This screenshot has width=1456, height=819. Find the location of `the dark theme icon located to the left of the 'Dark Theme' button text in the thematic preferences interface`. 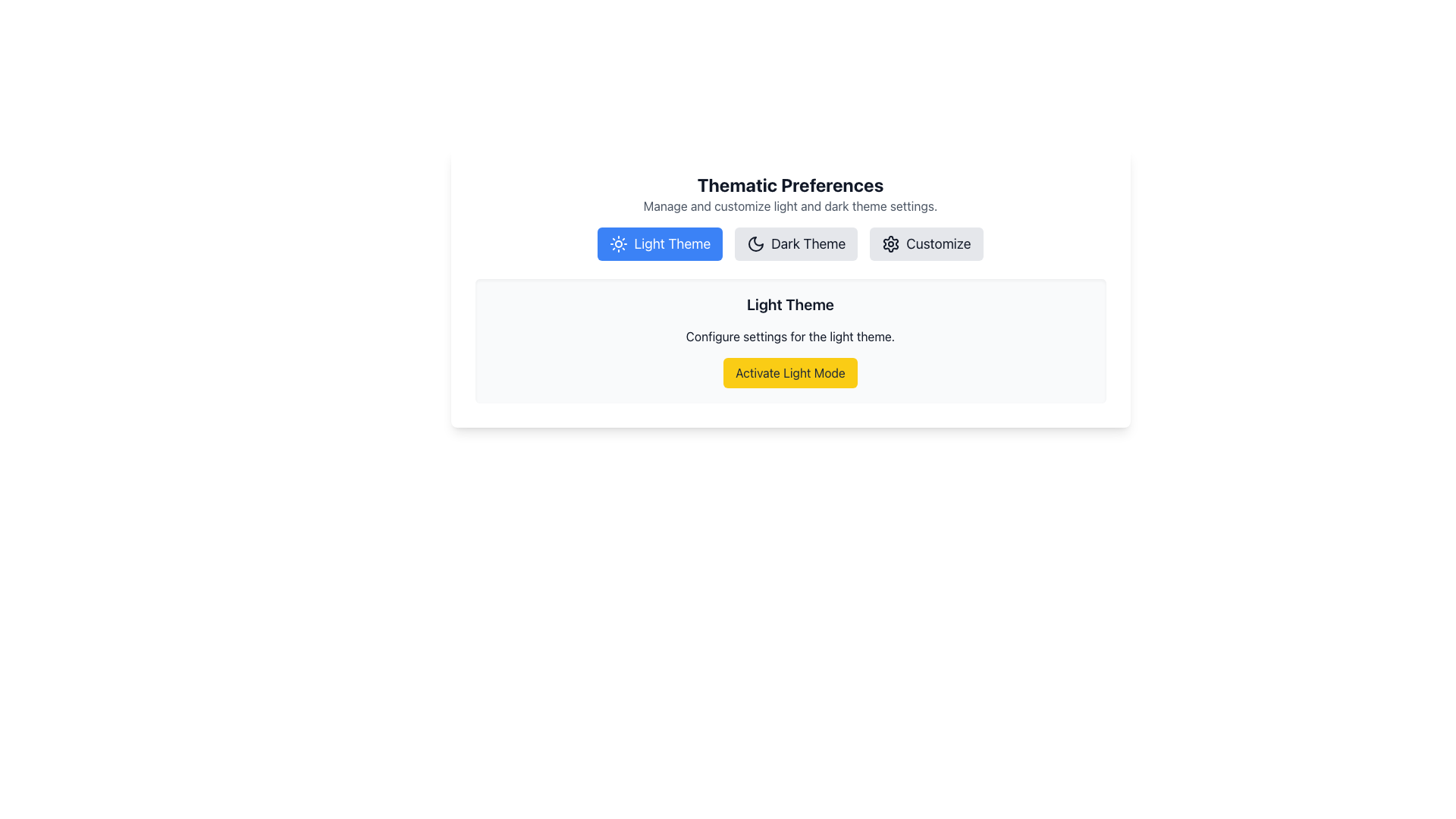

the dark theme icon located to the left of the 'Dark Theme' button text in the thematic preferences interface is located at coordinates (756, 243).